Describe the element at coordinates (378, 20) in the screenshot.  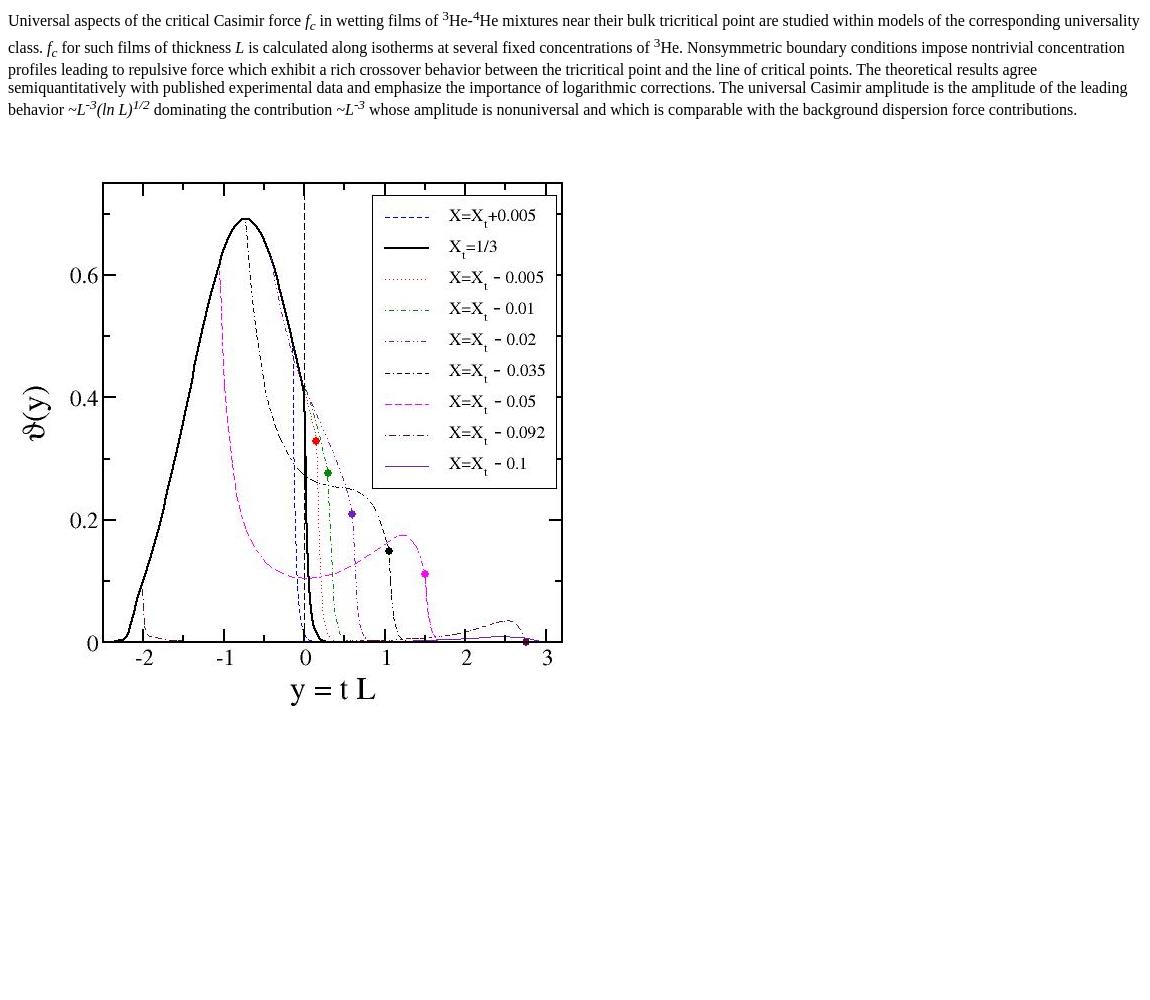
I see `'in wetting
films of'` at that location.